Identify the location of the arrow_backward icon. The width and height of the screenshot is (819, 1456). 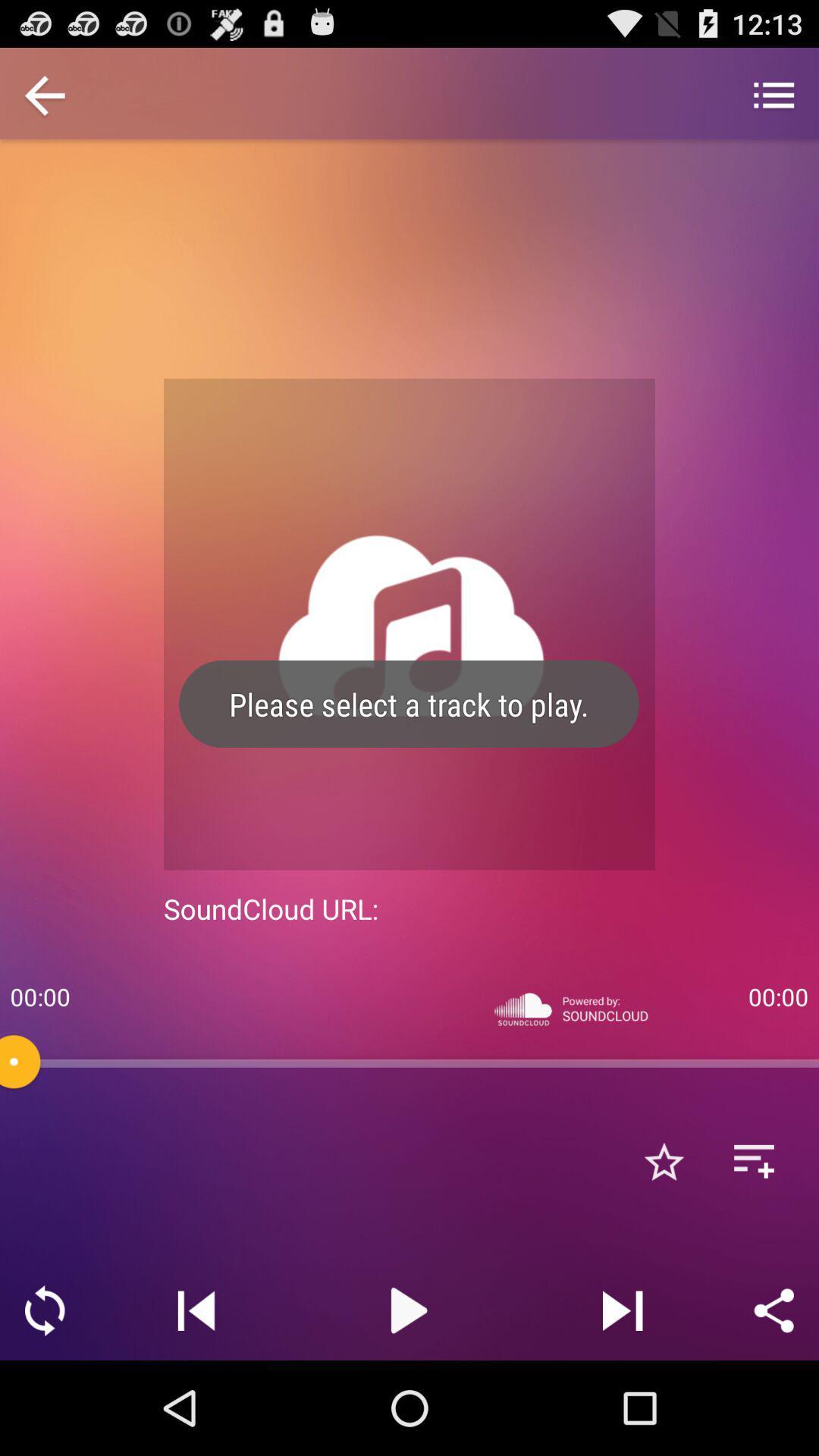
(44, 103).